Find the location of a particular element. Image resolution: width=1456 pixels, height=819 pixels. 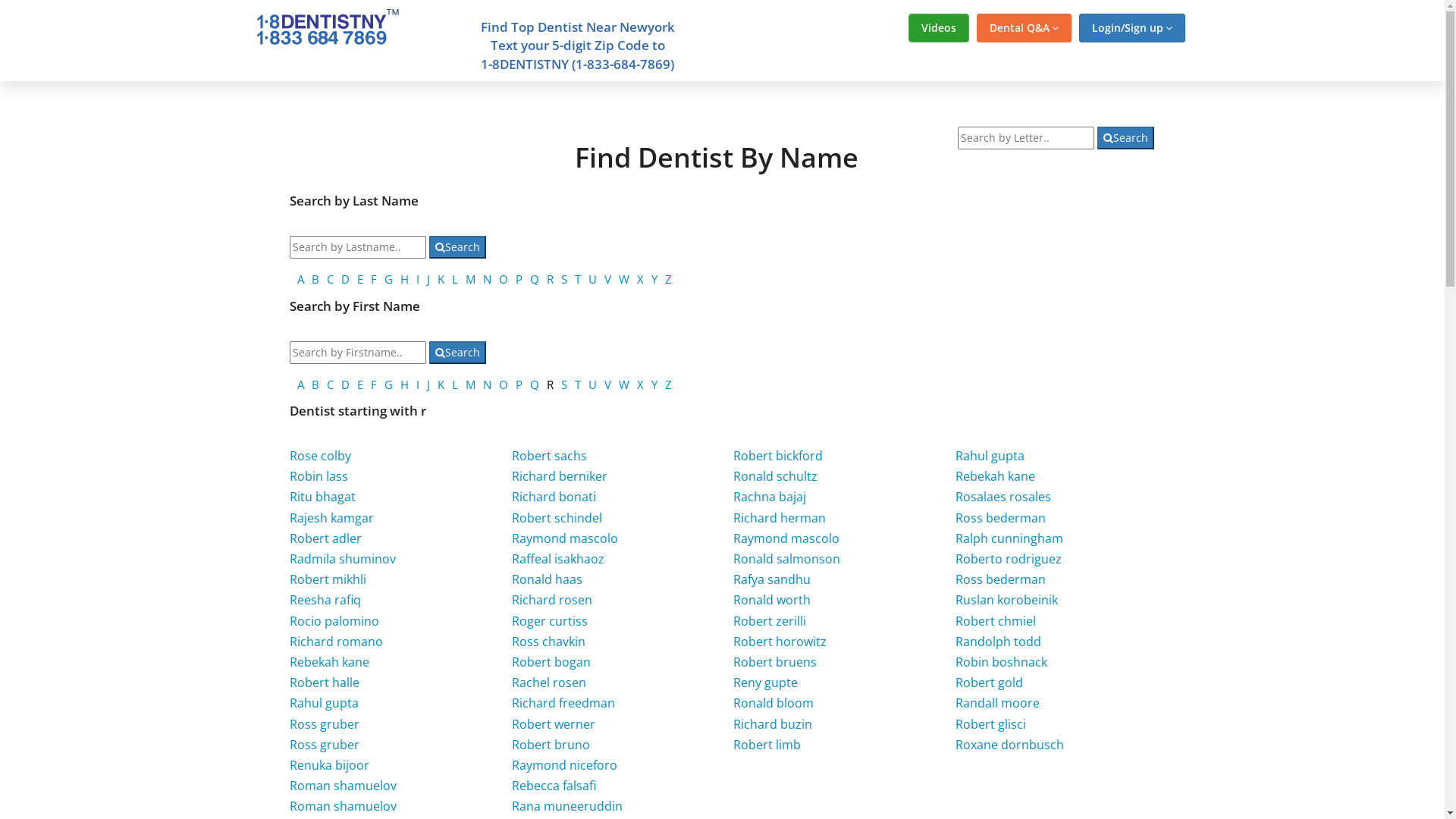

'Robert zerilli' is located at coordinates (769, 620).